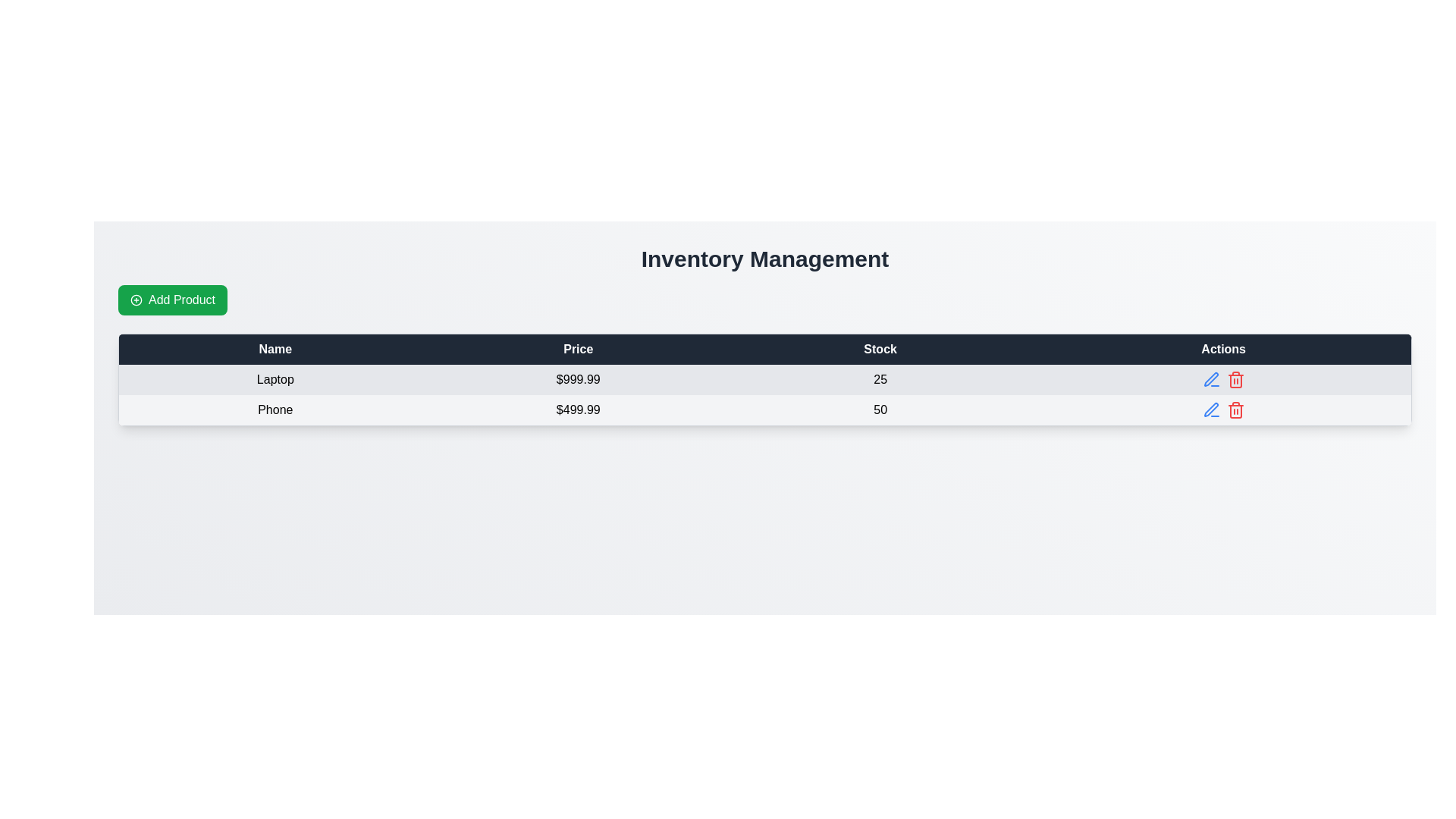  Describe the element at coordinates (1223, 379) in the screenshot. I see `the edit icon in the action buttons of the first row for the product 'Laptop' under the 'Actions' header` at that location.